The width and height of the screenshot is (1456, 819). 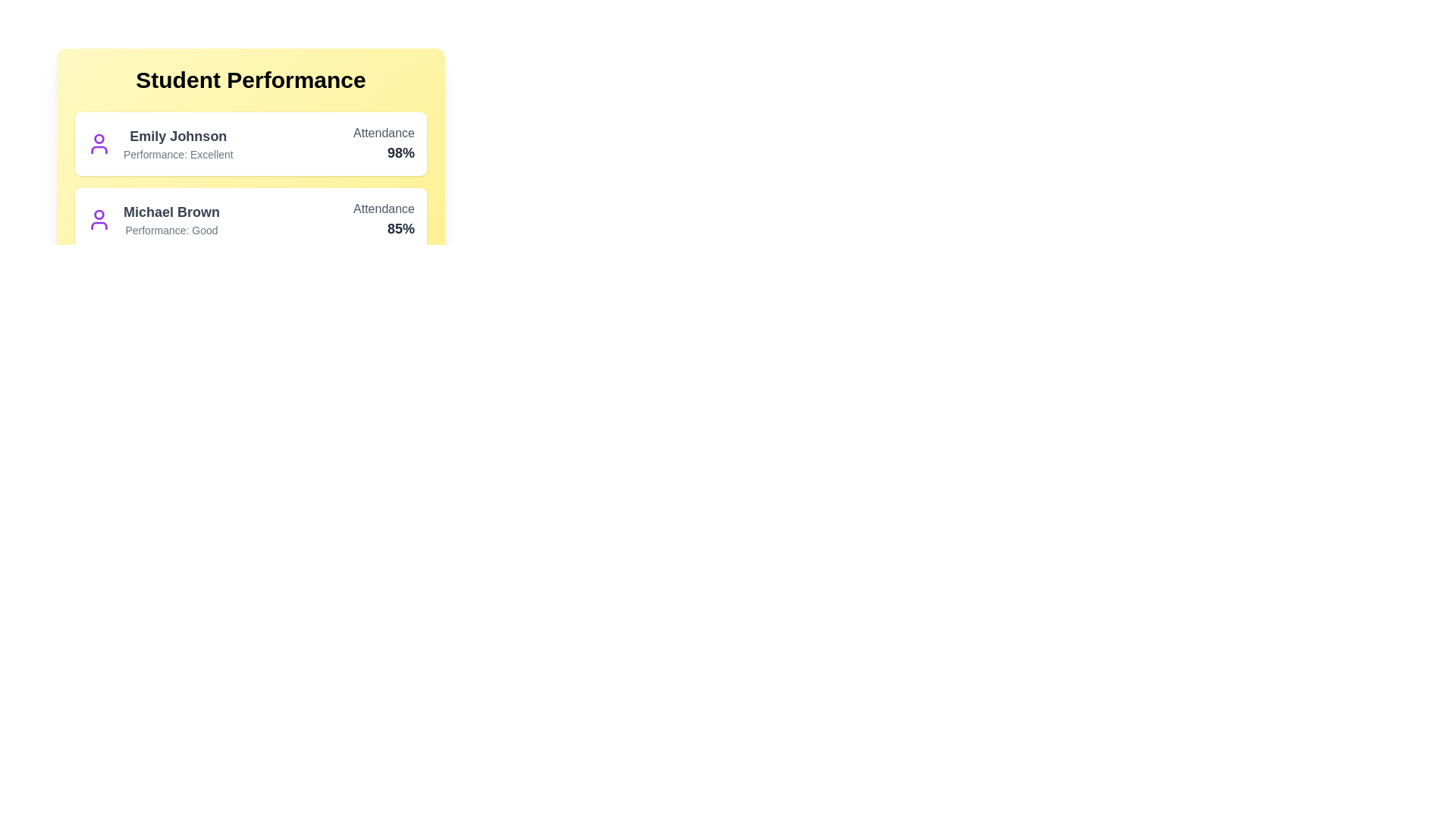 I want to click on the attendance percentage of Michael Brown to sort the list by attendance, so click(x=383, y=228).